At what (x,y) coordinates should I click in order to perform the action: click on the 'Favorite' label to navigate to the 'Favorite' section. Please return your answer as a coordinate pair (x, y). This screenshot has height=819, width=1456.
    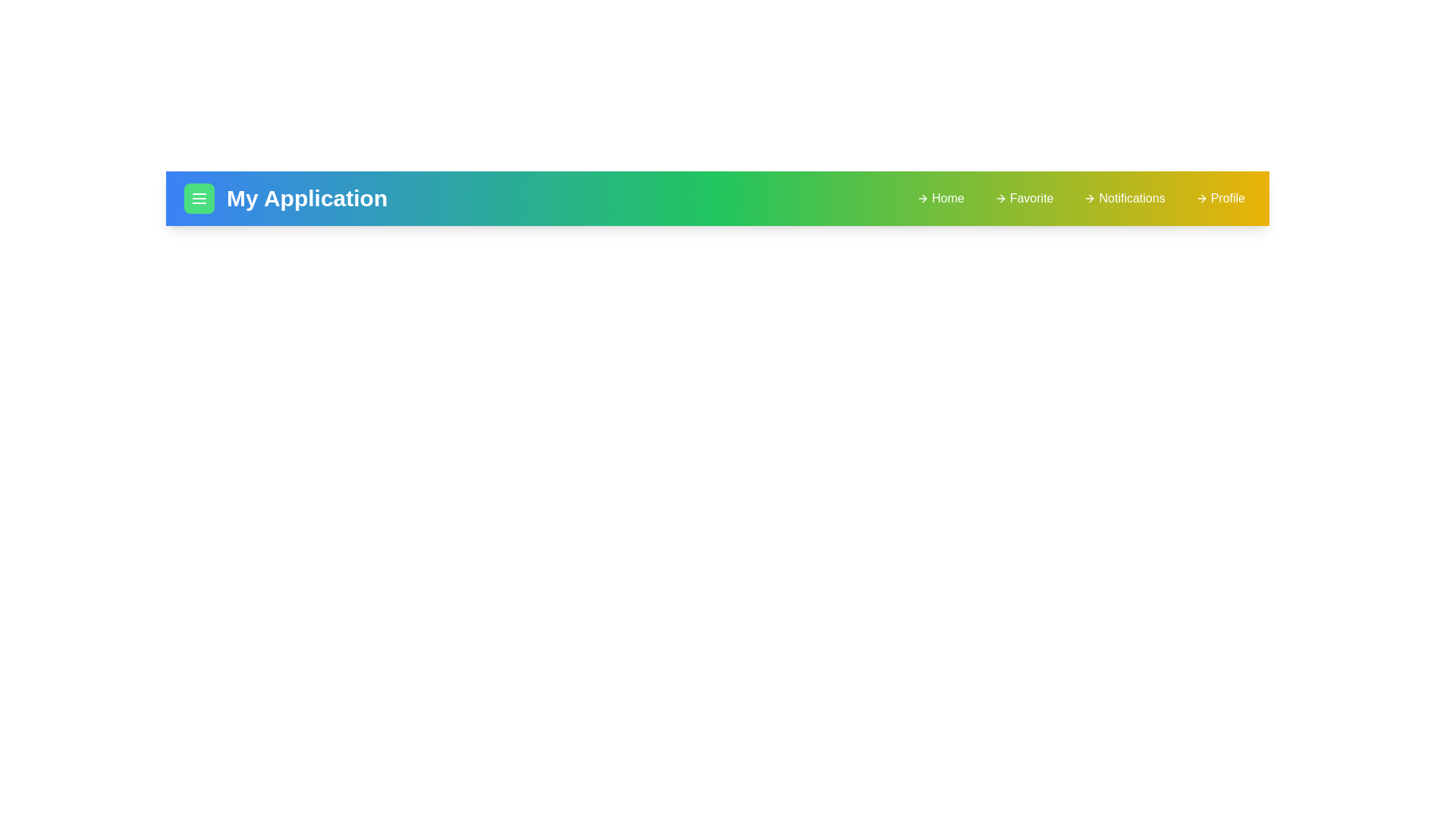
    Looking at the image, I should click on (1024, 198).